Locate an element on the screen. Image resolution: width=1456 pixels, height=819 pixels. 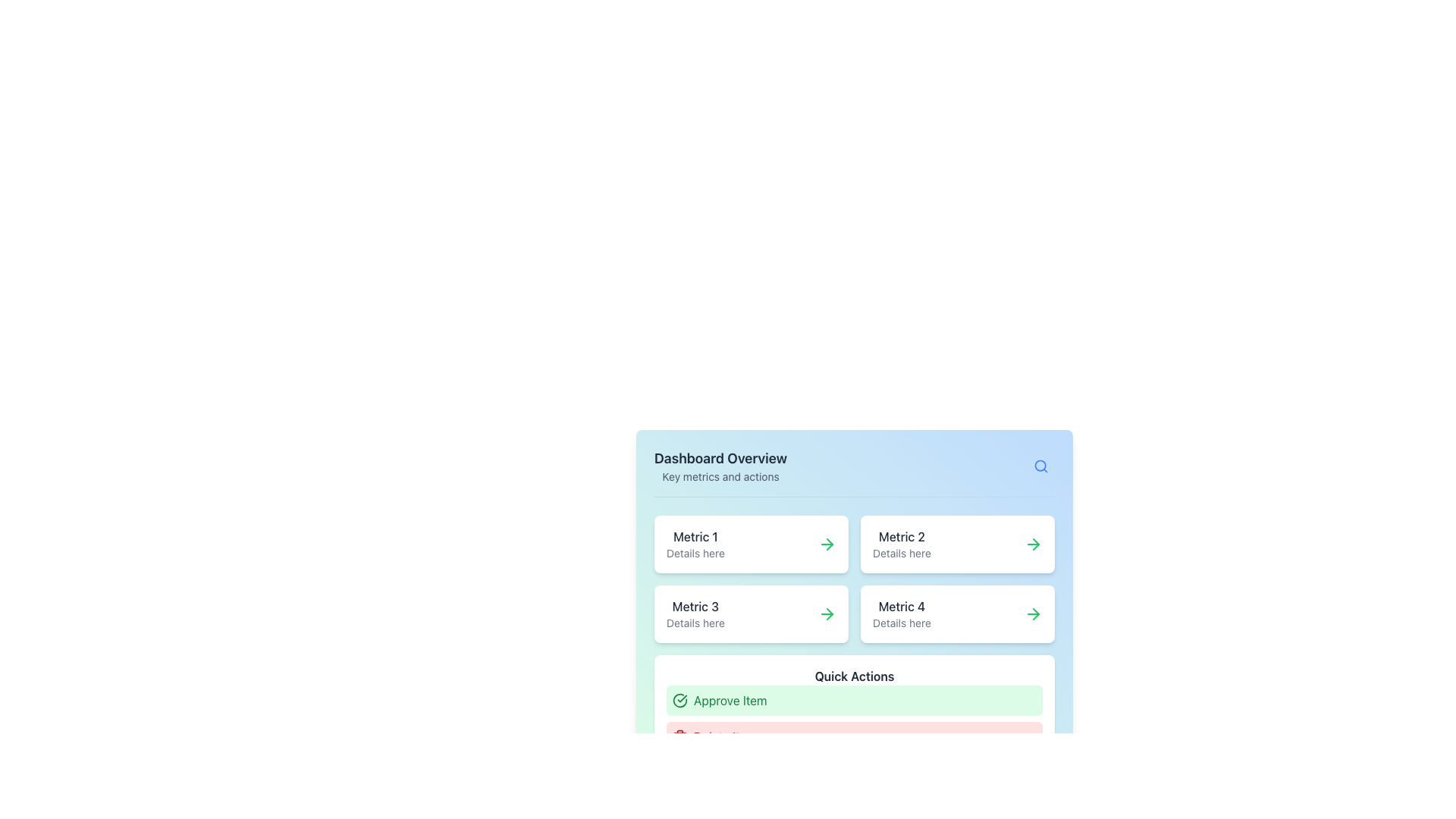
the 'Metric 3' card in the 'Dashboard Overview' section is located at coordinates (751, 614).